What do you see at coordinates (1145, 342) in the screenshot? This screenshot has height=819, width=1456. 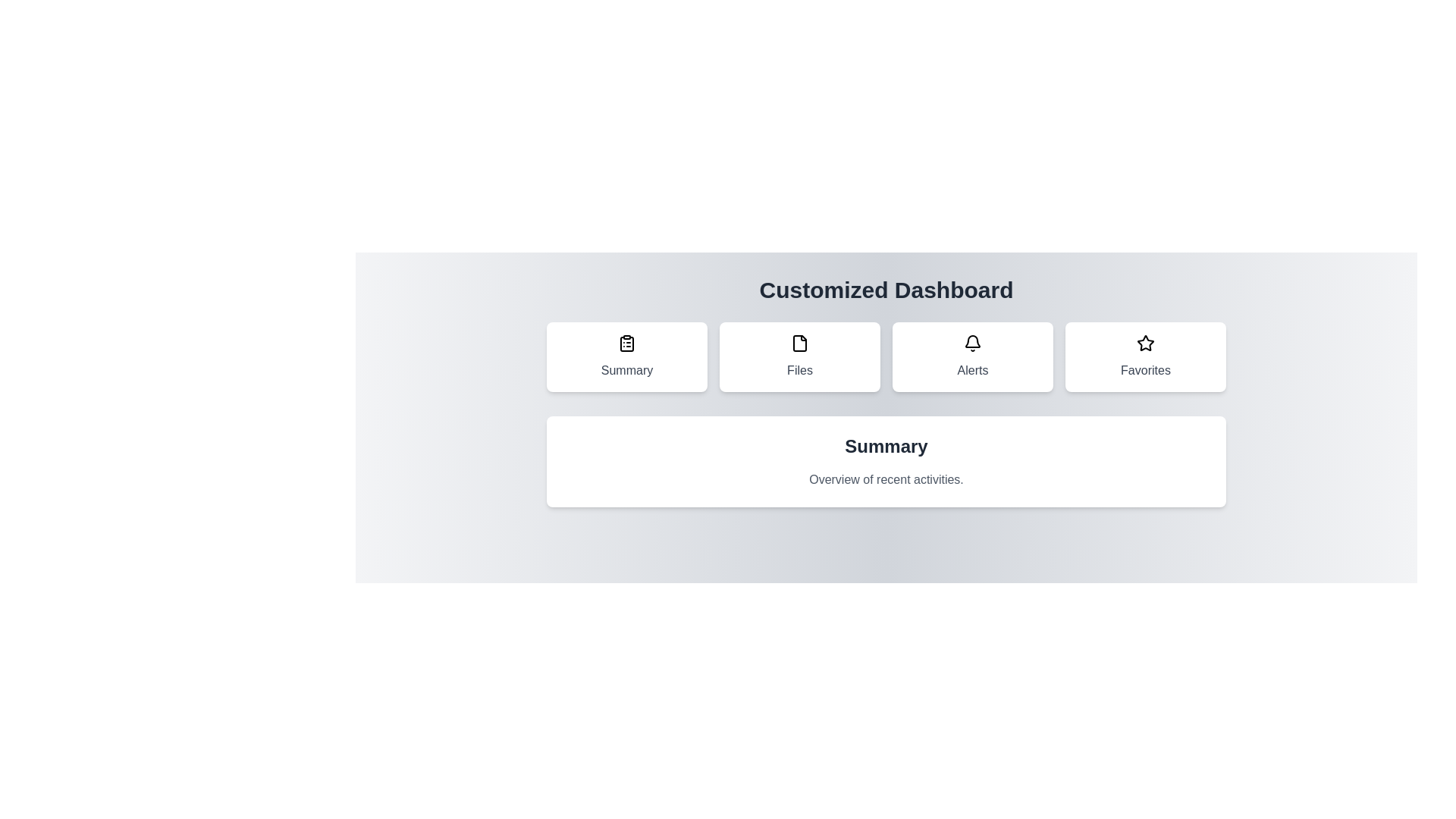 I see `the 'Favorites' icon located as the fourth button in the row of options on the dashboard` at bounding box center [1145, 342].